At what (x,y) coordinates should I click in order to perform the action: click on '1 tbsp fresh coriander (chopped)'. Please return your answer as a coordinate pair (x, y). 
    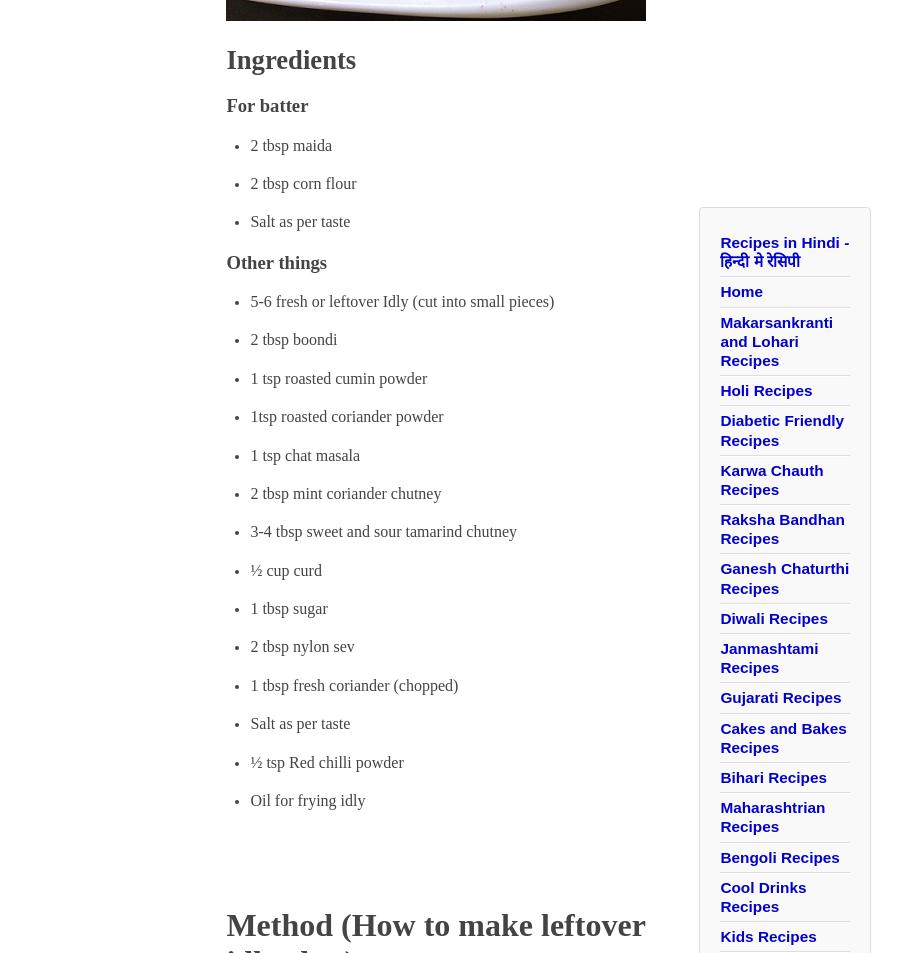
    Looking at the image, I should click on (353, 684).